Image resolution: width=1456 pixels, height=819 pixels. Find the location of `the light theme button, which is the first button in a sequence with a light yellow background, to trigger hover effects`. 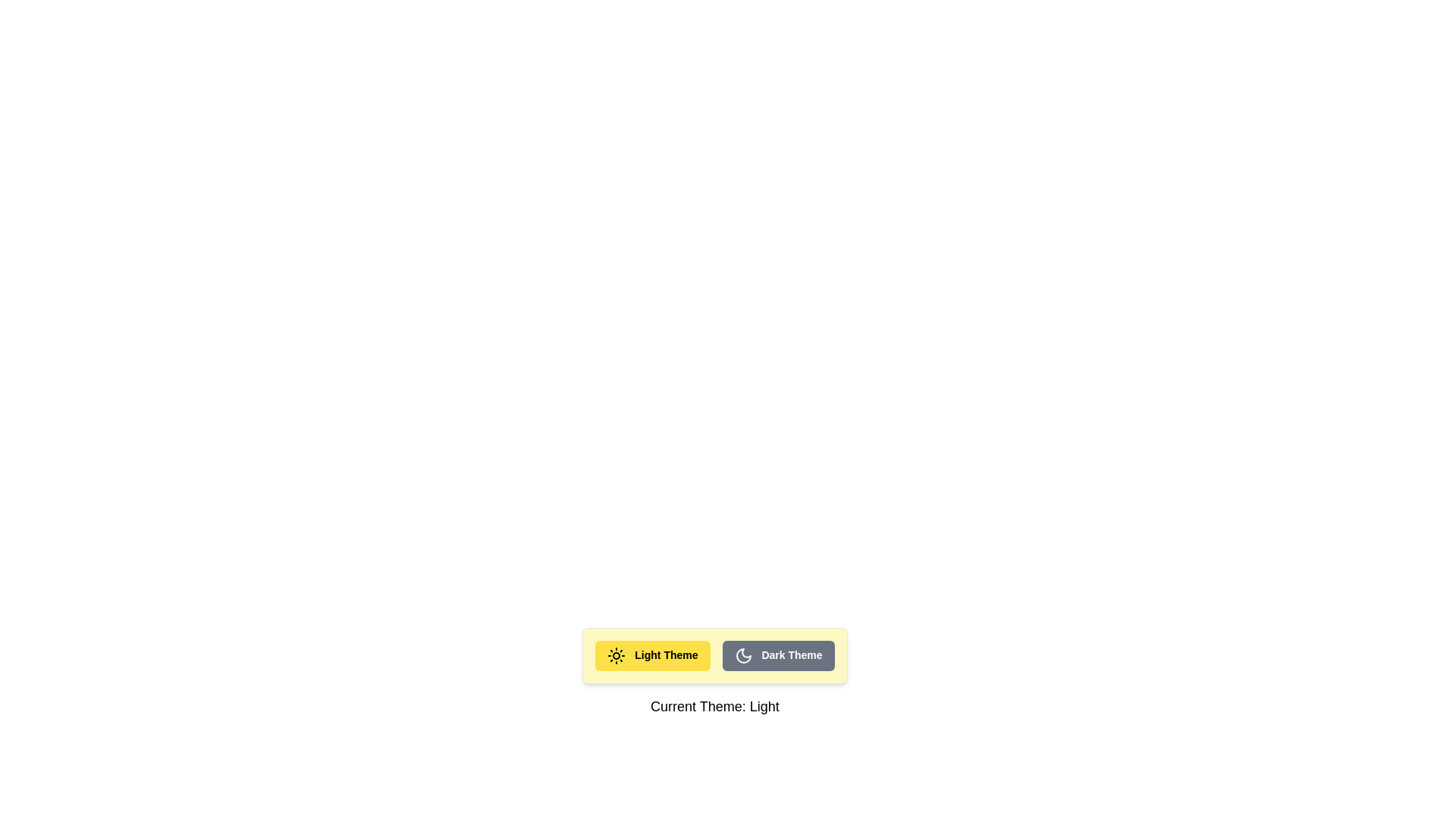

the light theme button, which is the first button in a sequence with a light yellow background, to trigger hover effects is located at coordinates (652, 654).